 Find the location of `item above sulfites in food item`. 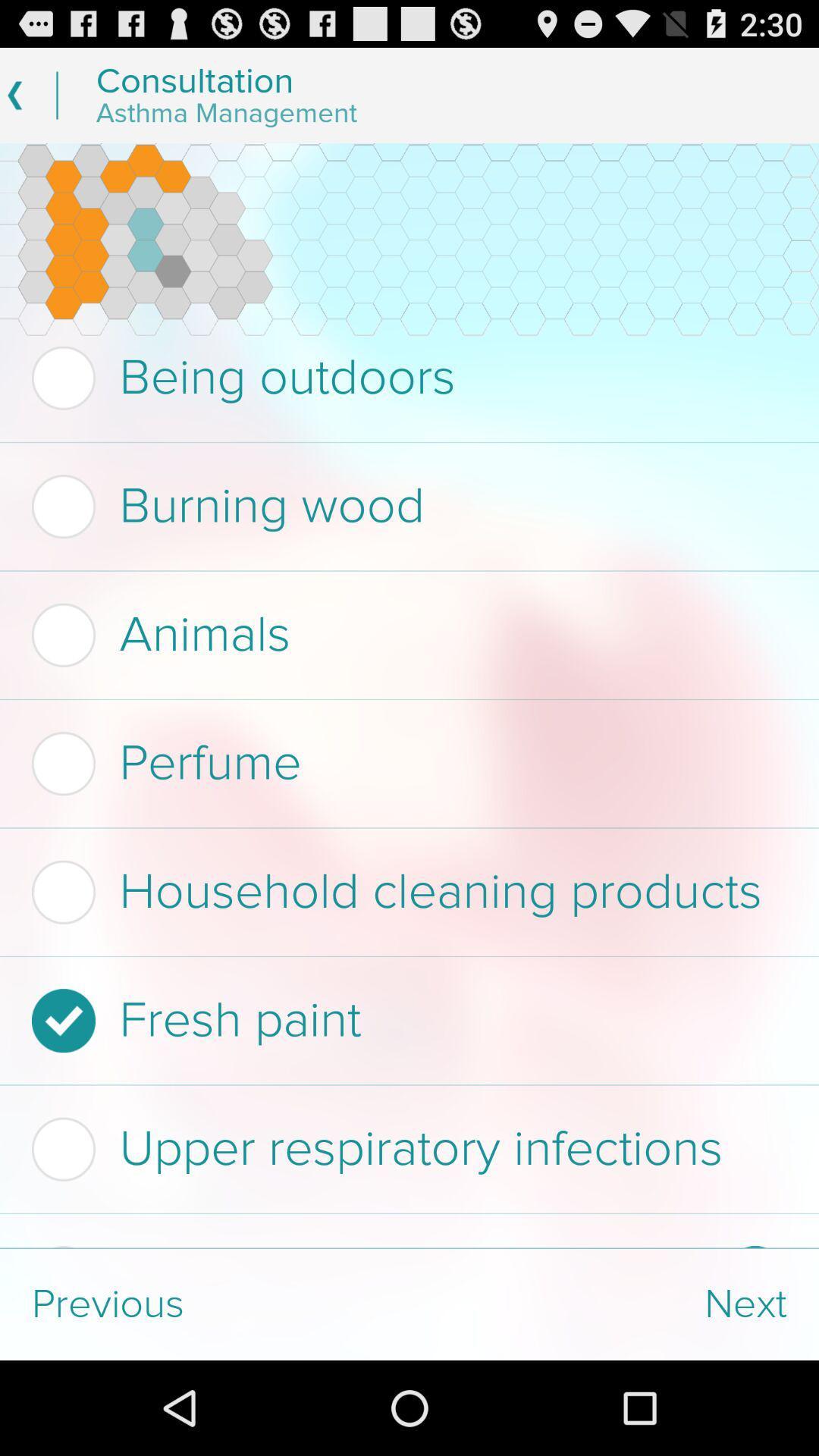

item above sulfites in food item is located at coordinates (404, 1149).